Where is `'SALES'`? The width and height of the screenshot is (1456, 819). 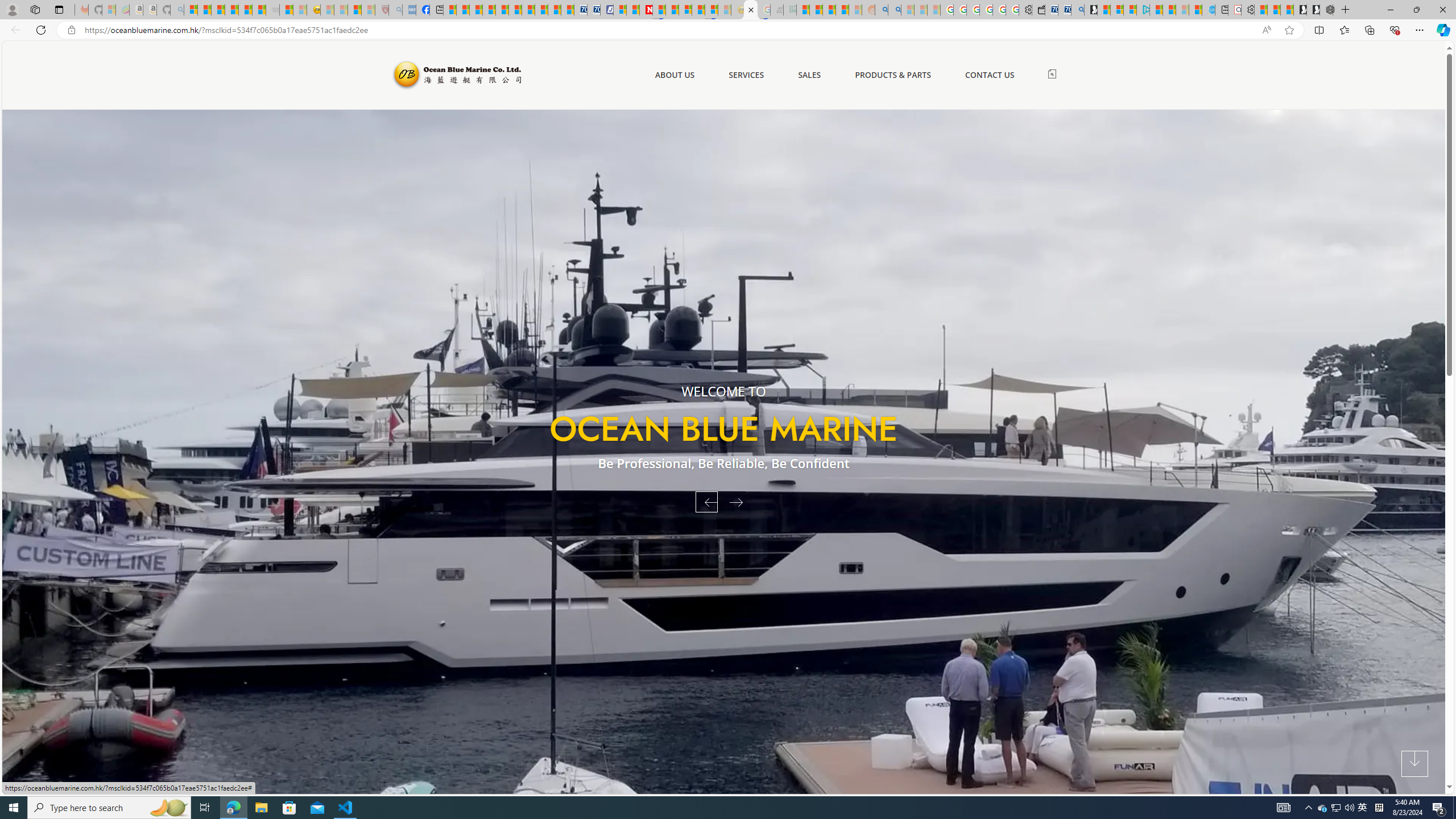
'SALES' is located at coordinates (809, 74).